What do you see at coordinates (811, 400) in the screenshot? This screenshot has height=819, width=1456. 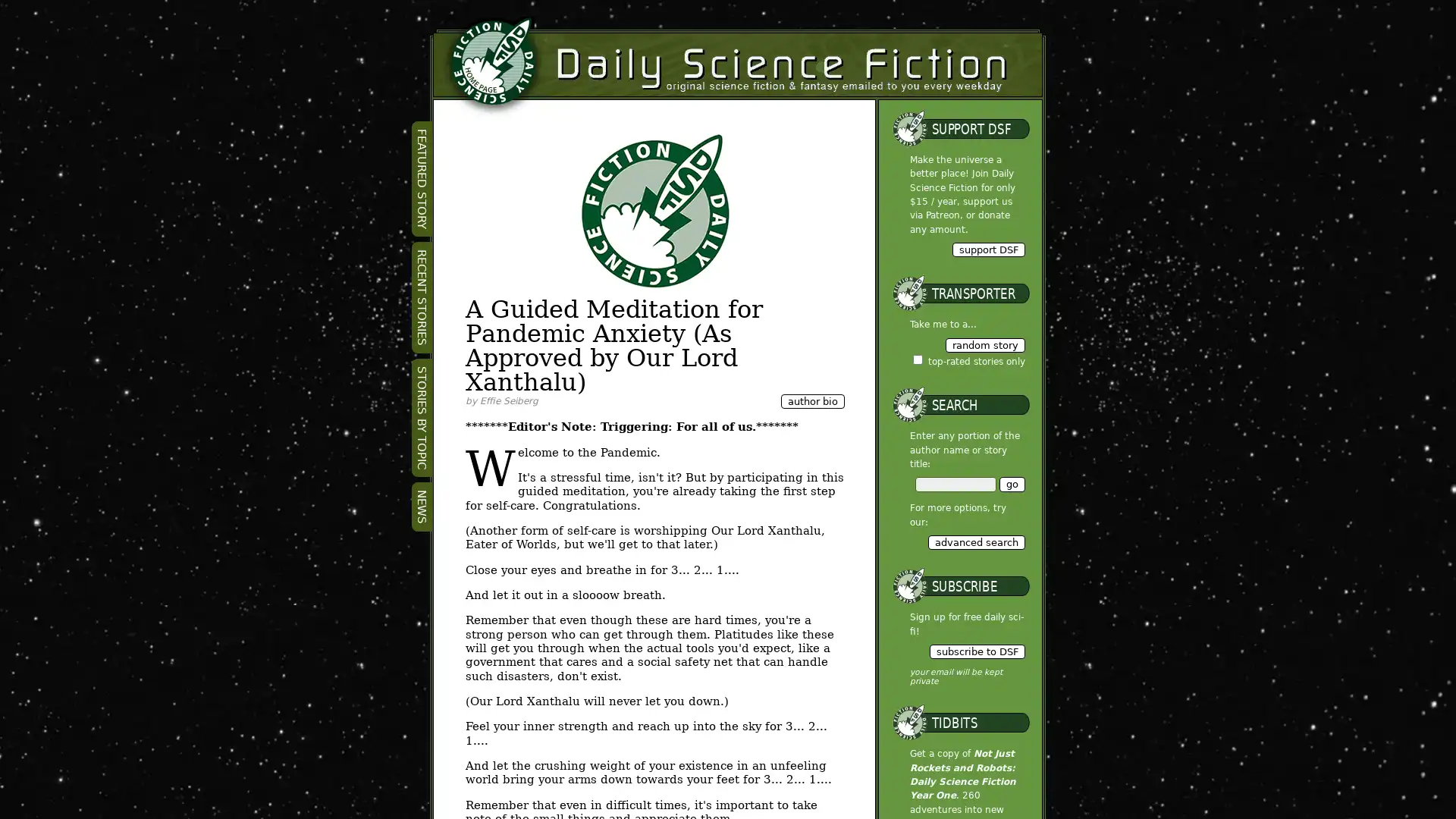 I see `author bio` at bounding box center [811, 400].